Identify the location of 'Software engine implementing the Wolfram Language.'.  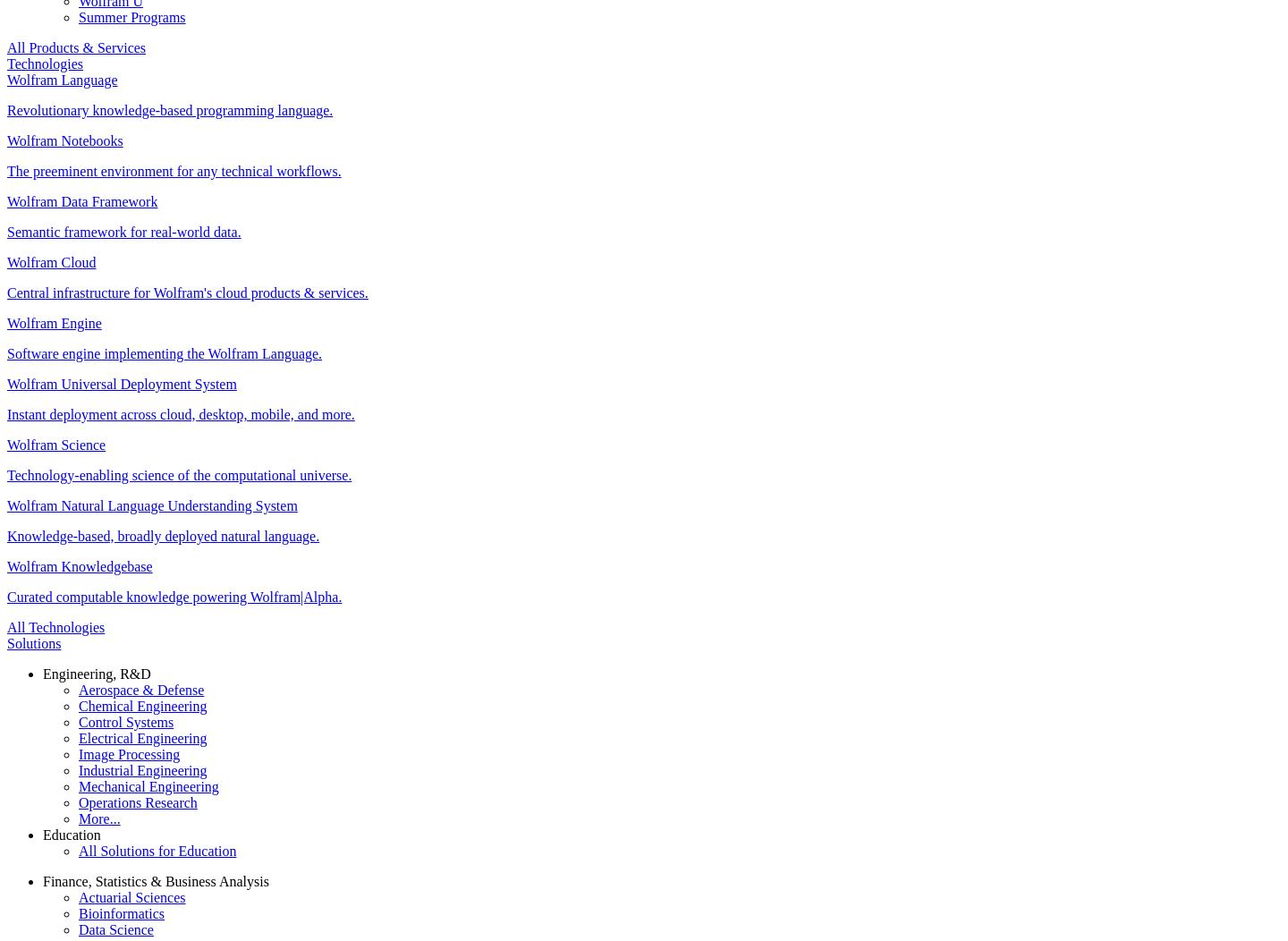
(165, 352).